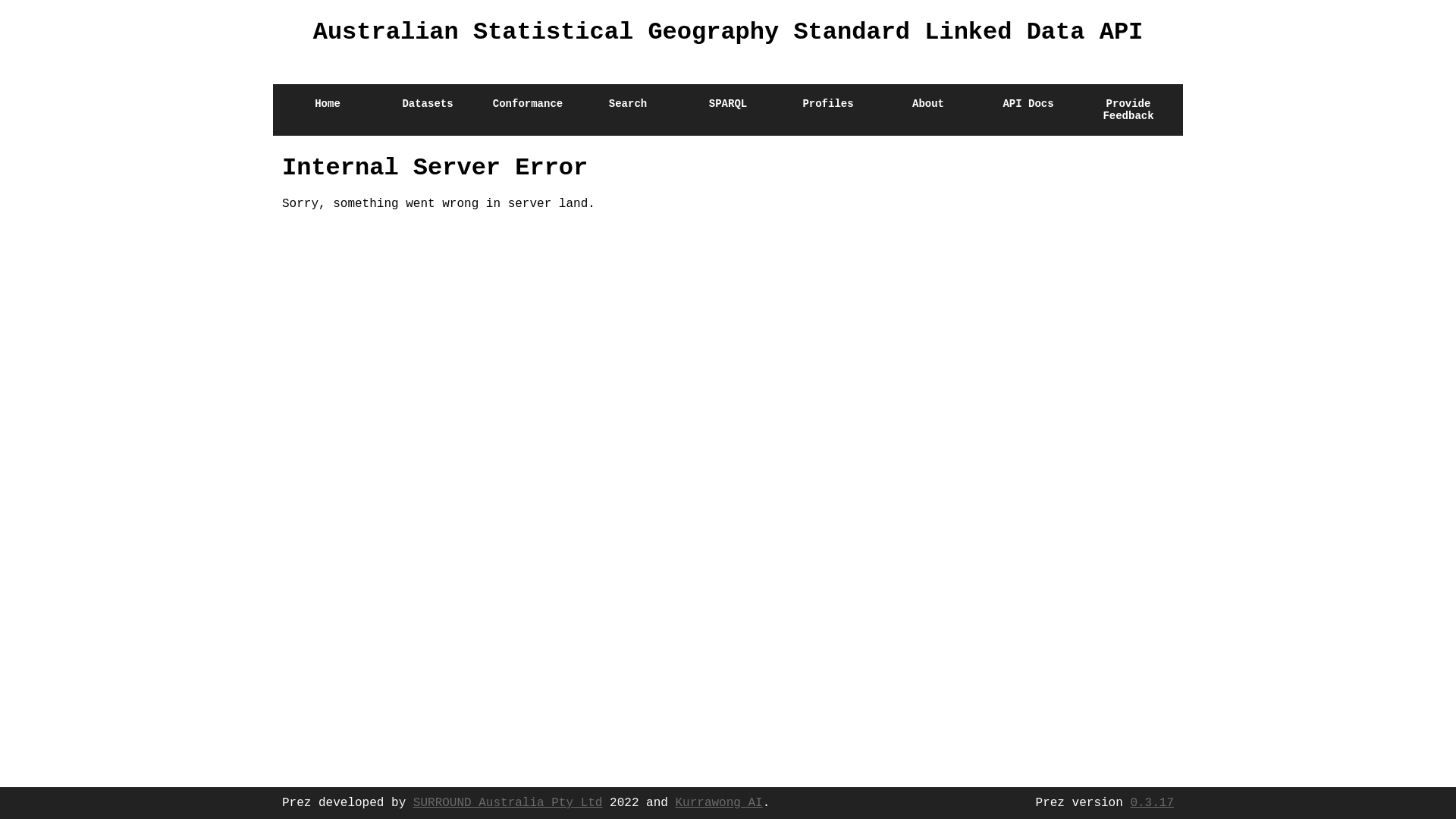 The width and height of the screenshot is (1456, 819). I want to click on 'Kurrawong AI', so click(673, 802).